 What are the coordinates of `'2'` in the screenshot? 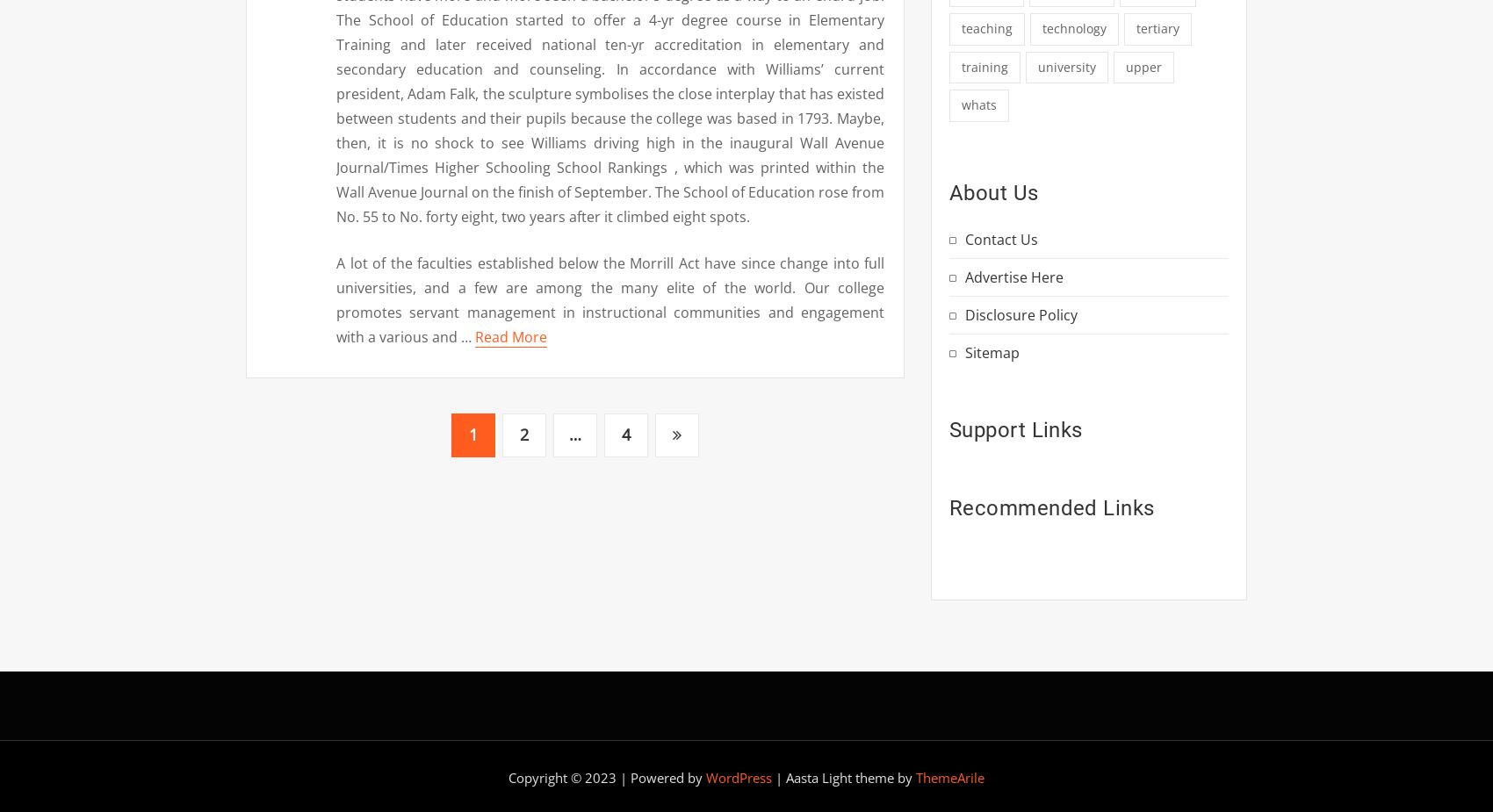 It's located at (523, 434).